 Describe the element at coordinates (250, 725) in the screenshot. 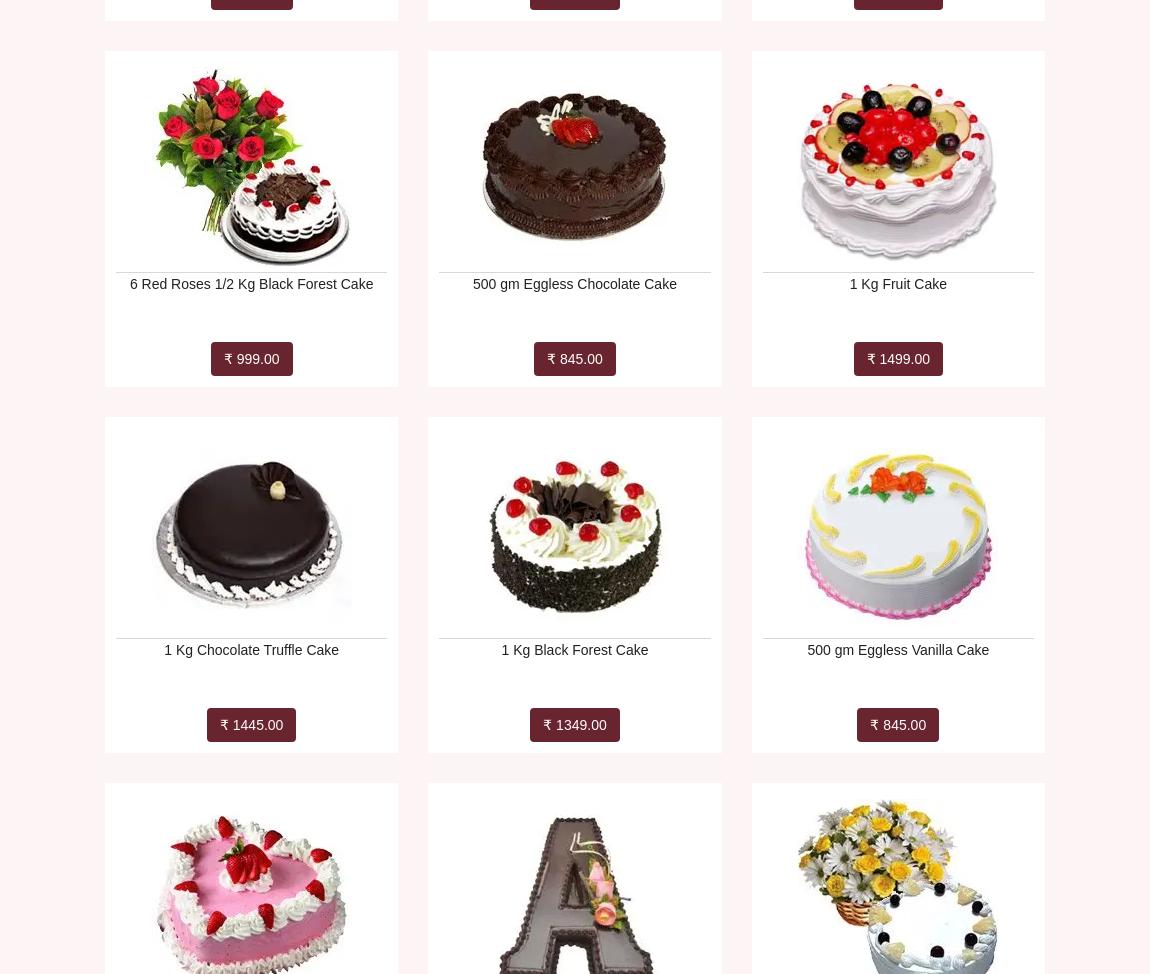

I see `'₹ 1445.00'` at that location.